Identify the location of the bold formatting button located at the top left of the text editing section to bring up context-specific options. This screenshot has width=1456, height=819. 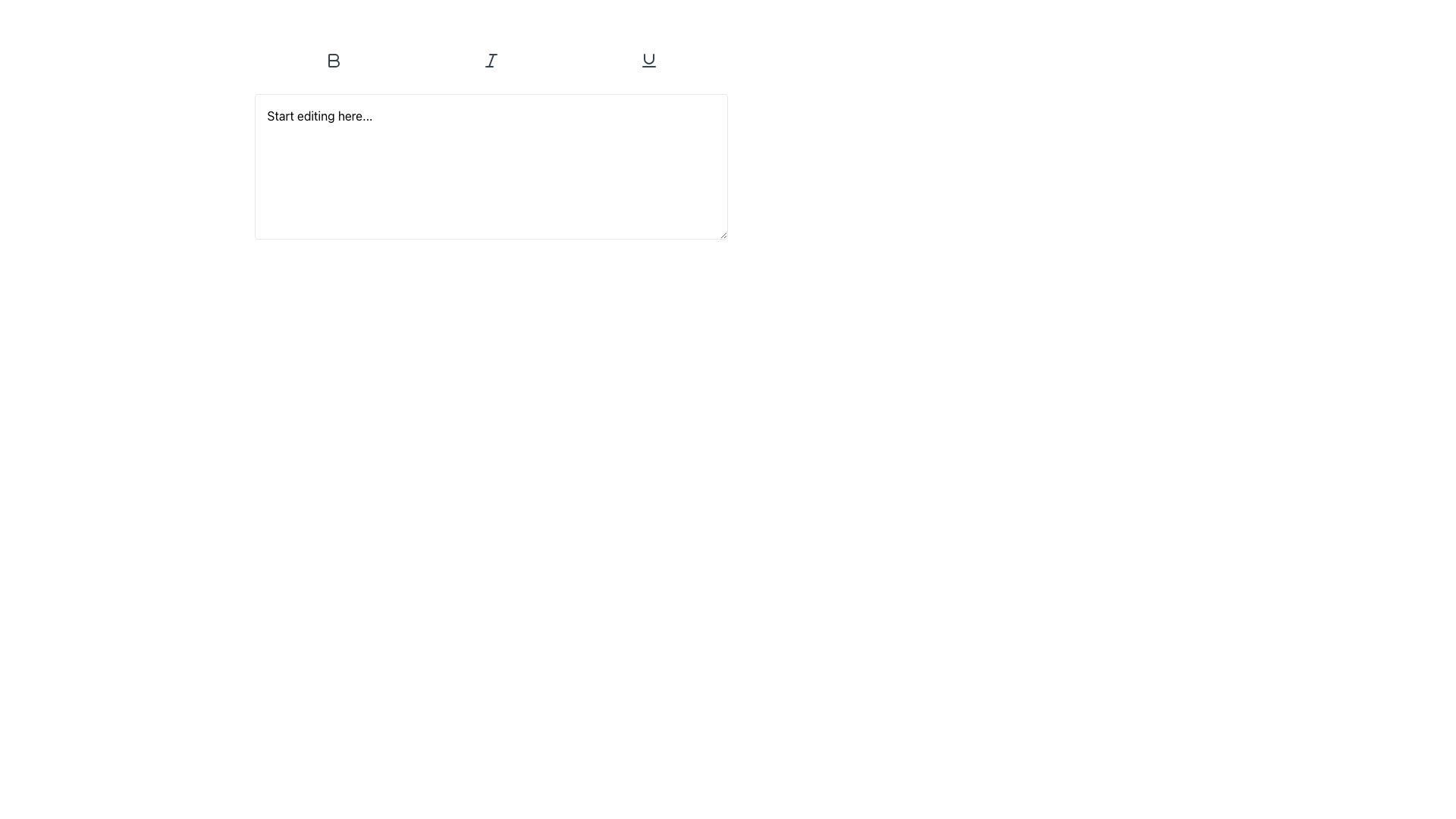
(332, 60).